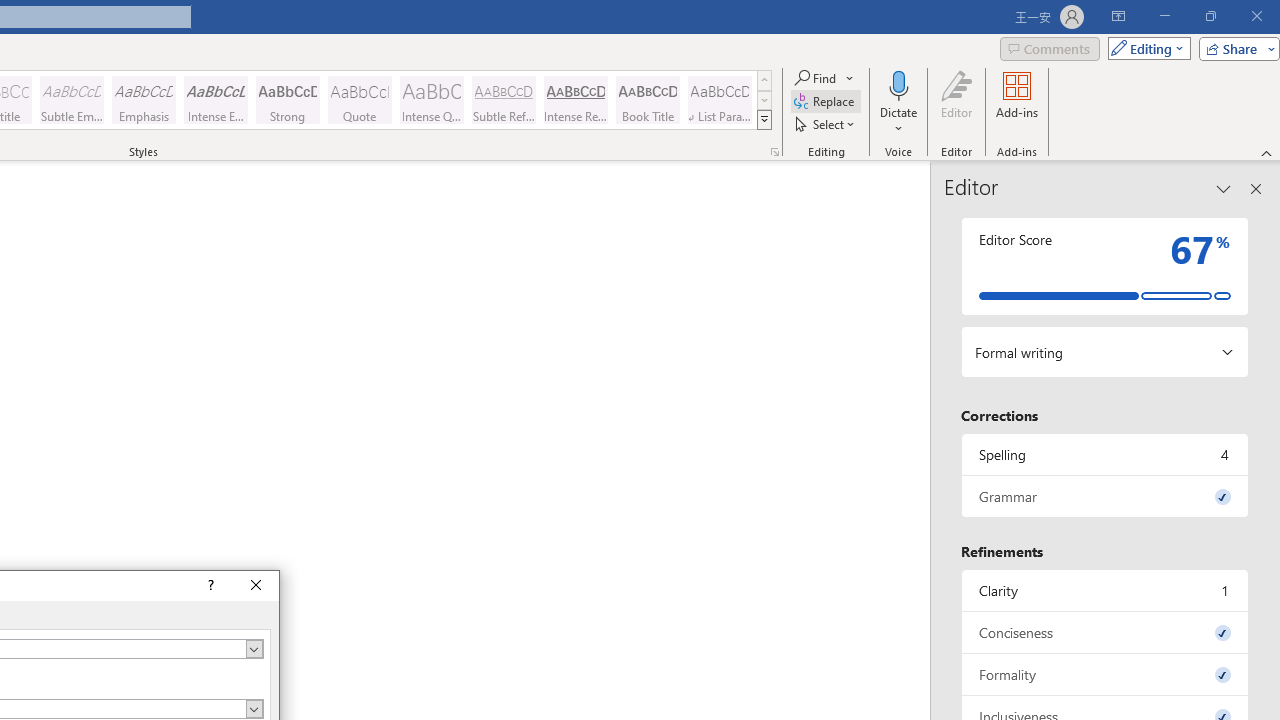 This screenshot has width=1280, height=720. What do you see at coordinates (143, 100) in the screenshot?
I see `'Emphasis'` at bounding box center [143, 100].